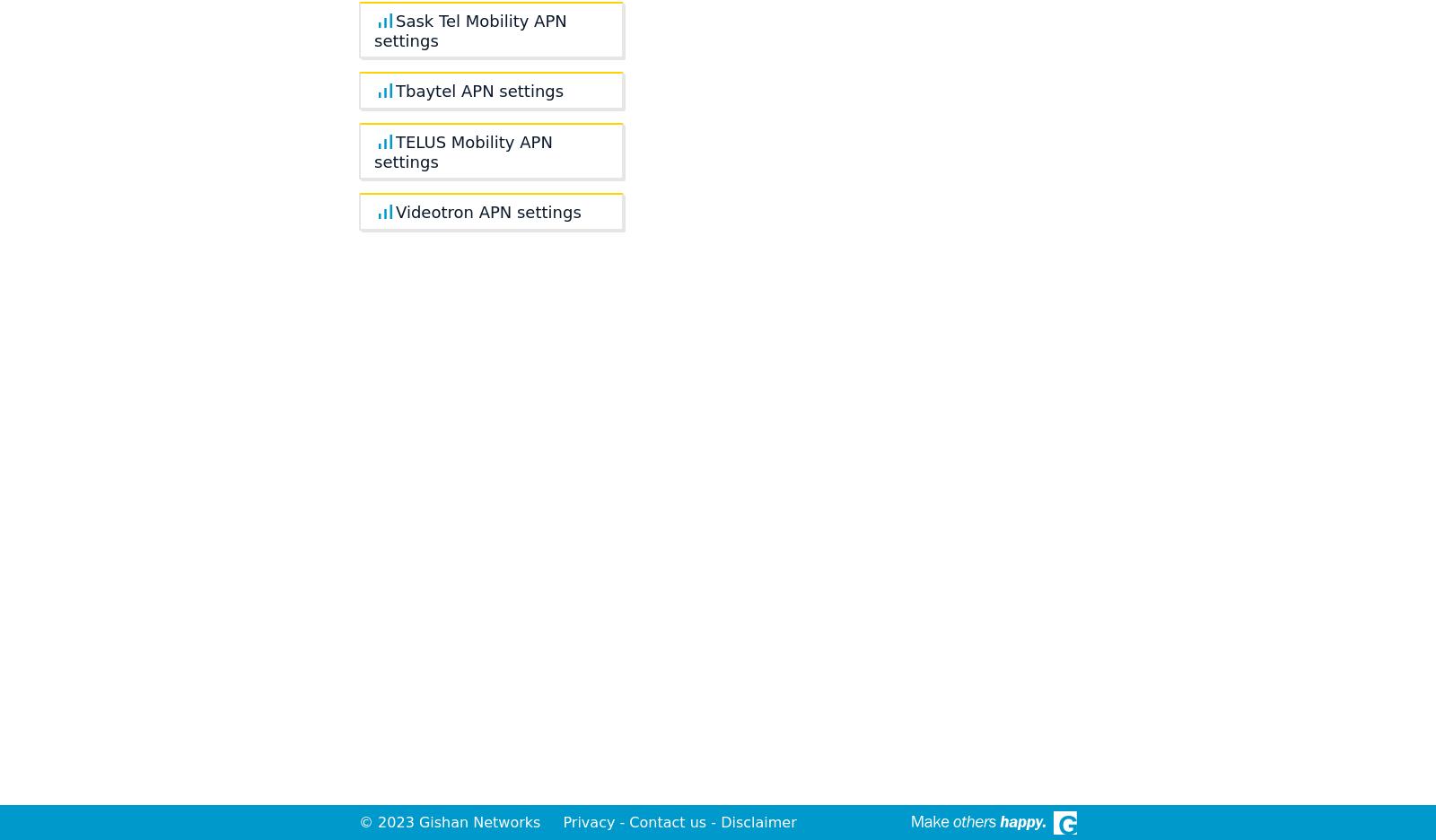 The height and width of the screenshot is (840, 1436). Describe the element at coordinates (462, 151) in the screenshot. I see `'TELUS Mobility APN settings'` at that location.